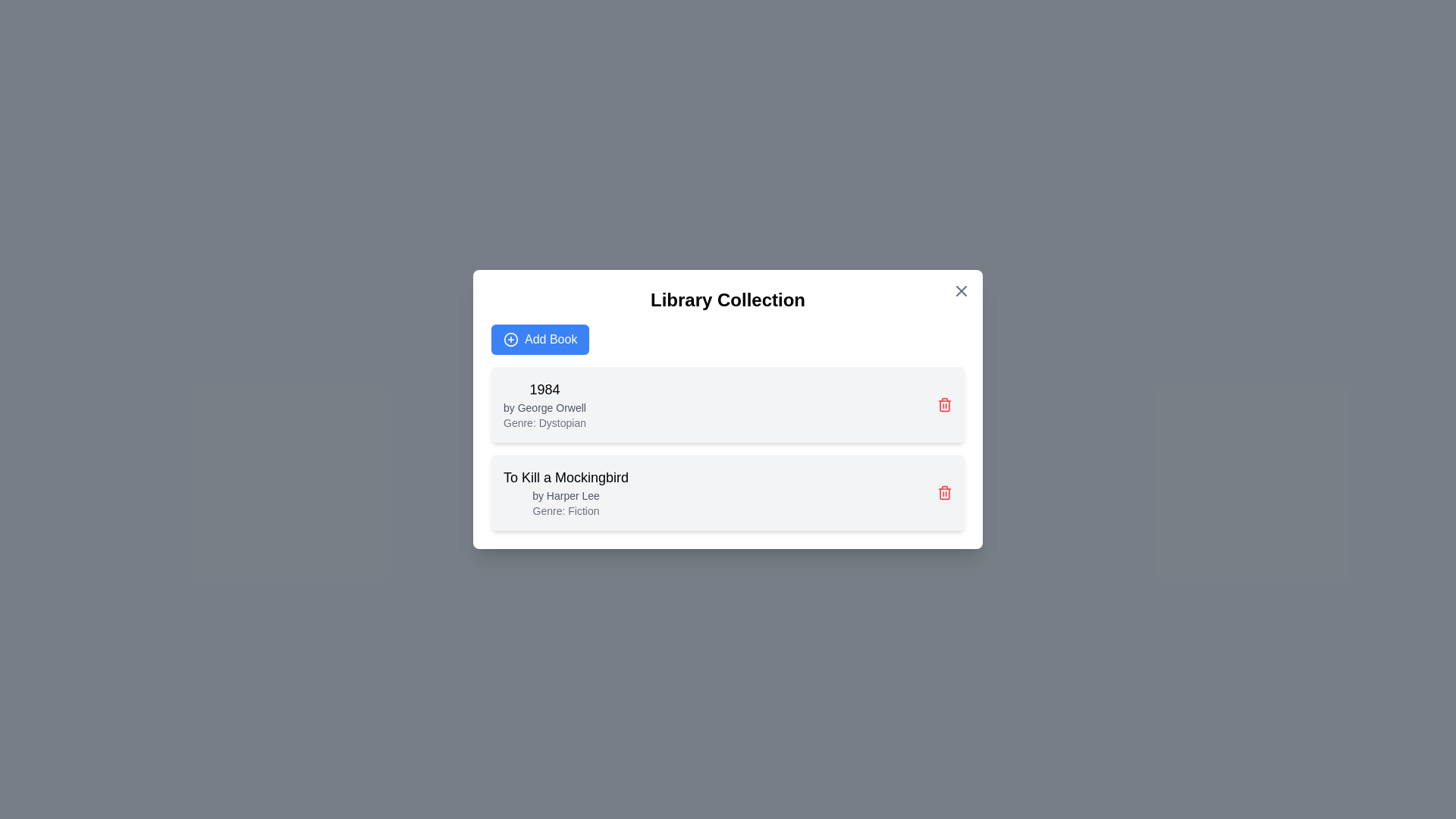  Describe the element at coordinates (544, 403) in the screenshot. I see `the informational text group providing details about a book in the 'Library Collection' modal, located above 'To Kill a Mockingbird'` at that location.